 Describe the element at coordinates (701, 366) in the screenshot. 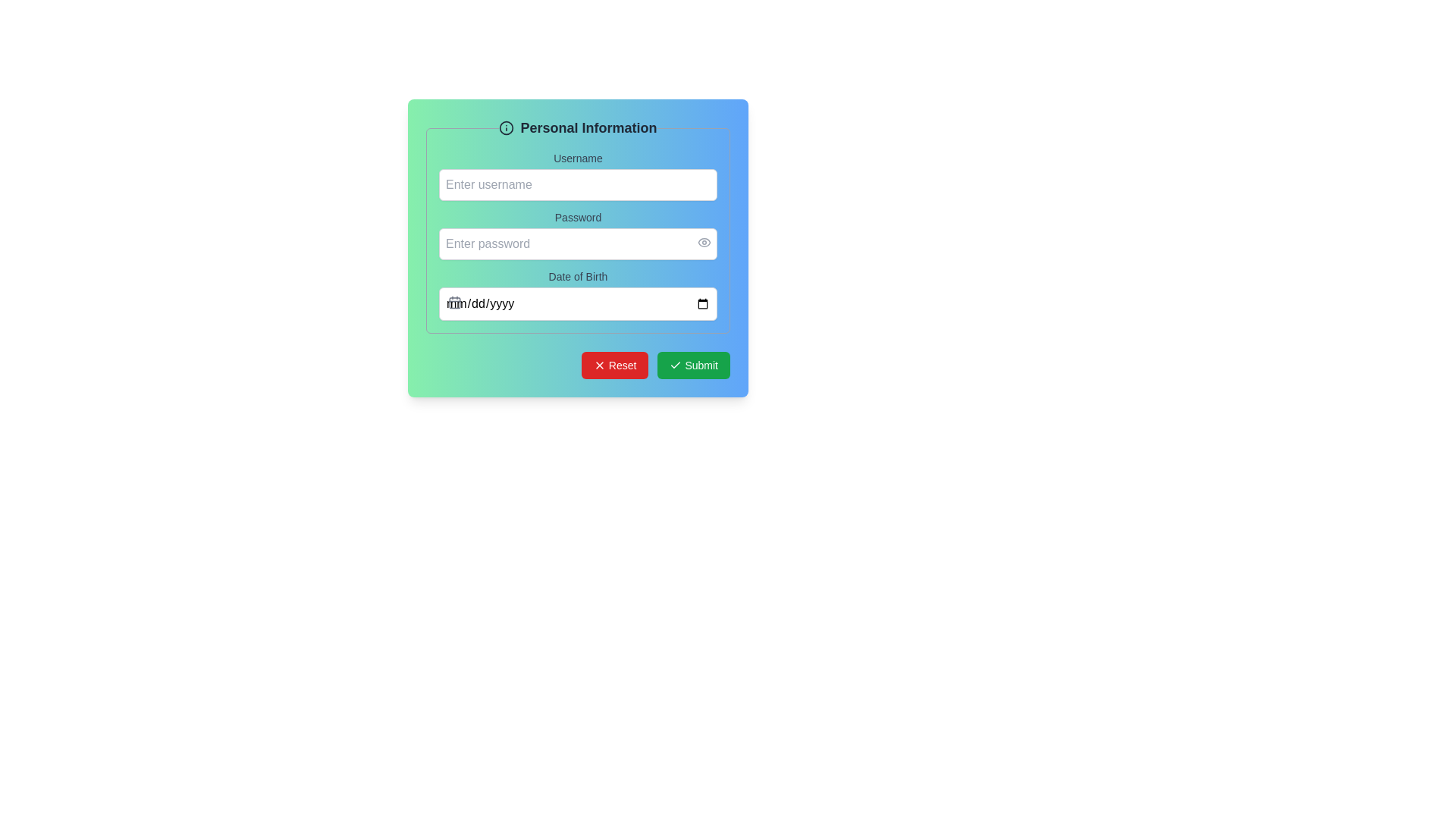

I see `the 'Submit' text label within the green button located at the bottom-right of the form` at that location.